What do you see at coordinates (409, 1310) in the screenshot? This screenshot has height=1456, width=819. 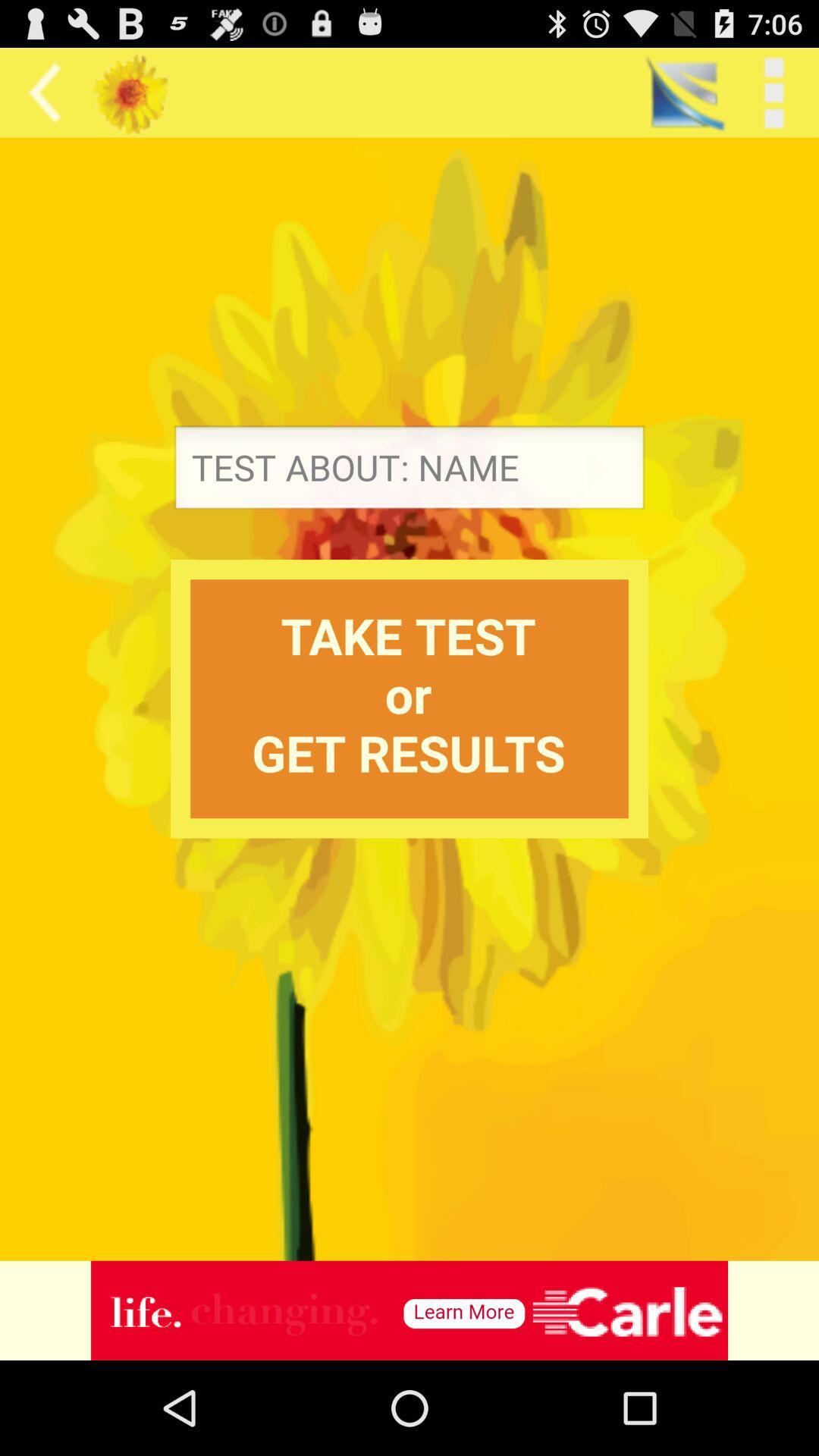 I see `icone` at bounding box center [409, 1310].